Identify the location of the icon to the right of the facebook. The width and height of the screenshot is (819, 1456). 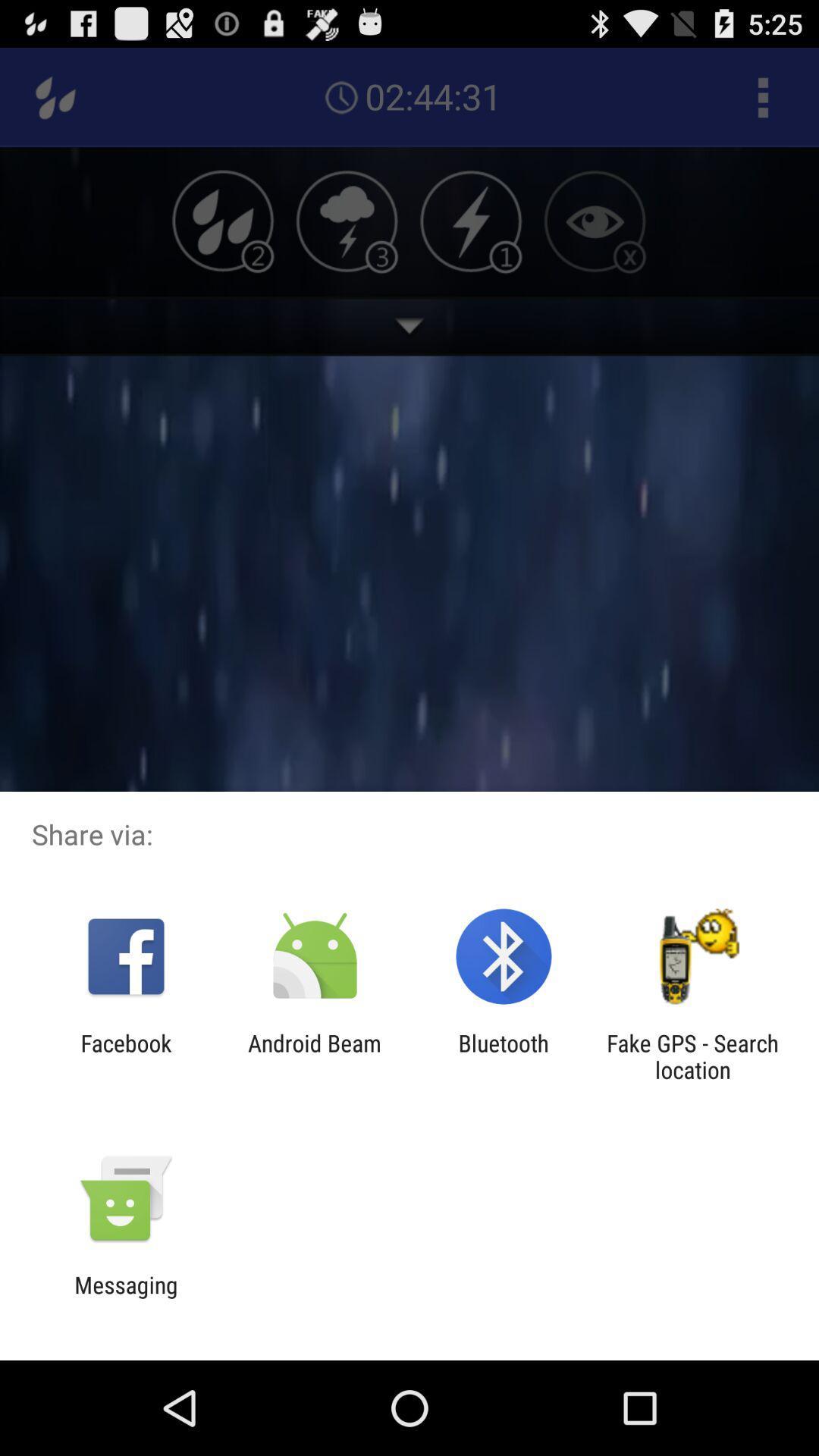
(314, 1056).